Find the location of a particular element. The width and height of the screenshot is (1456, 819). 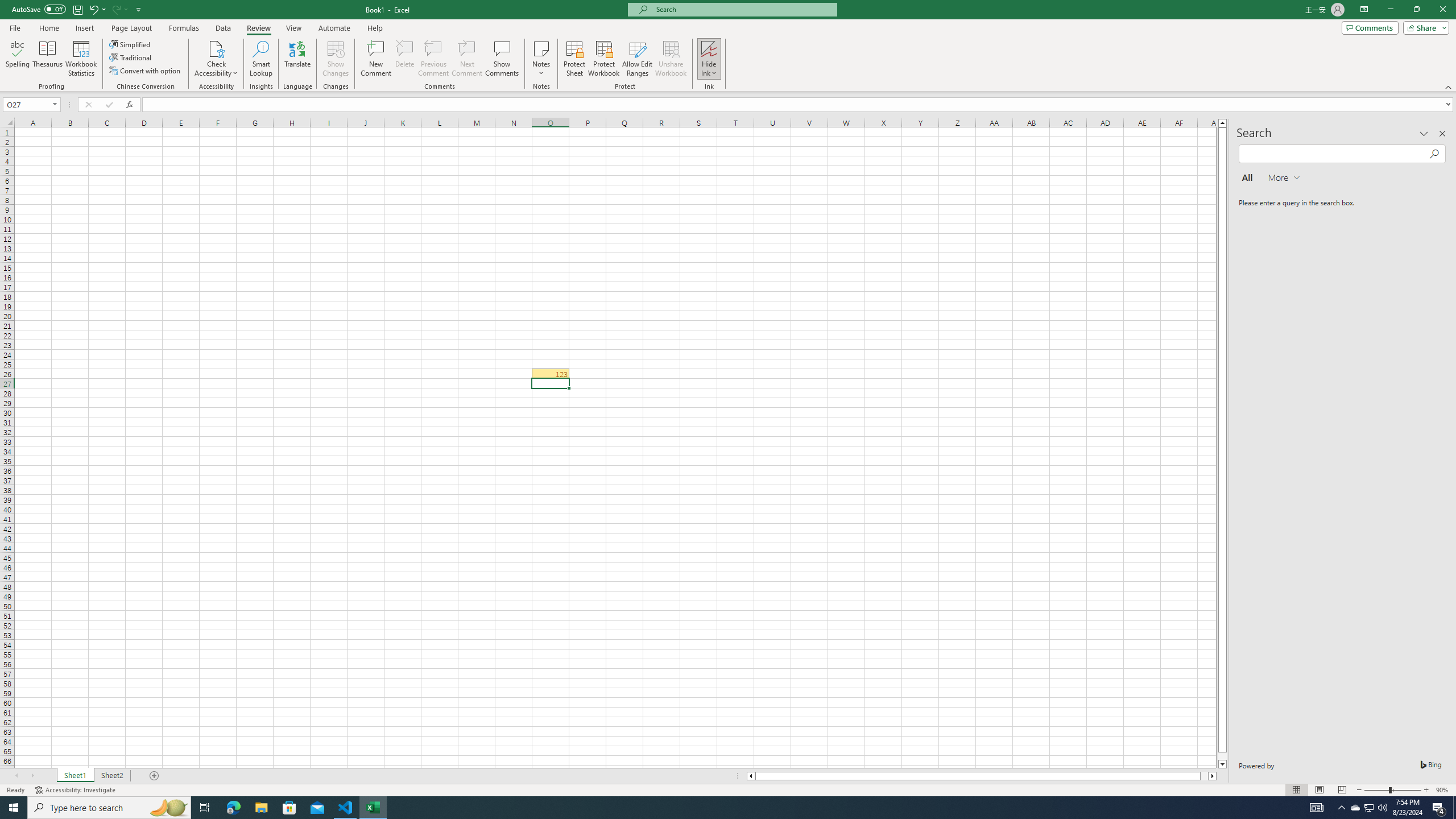

'Simplified' is located at coordinates (130, 44).